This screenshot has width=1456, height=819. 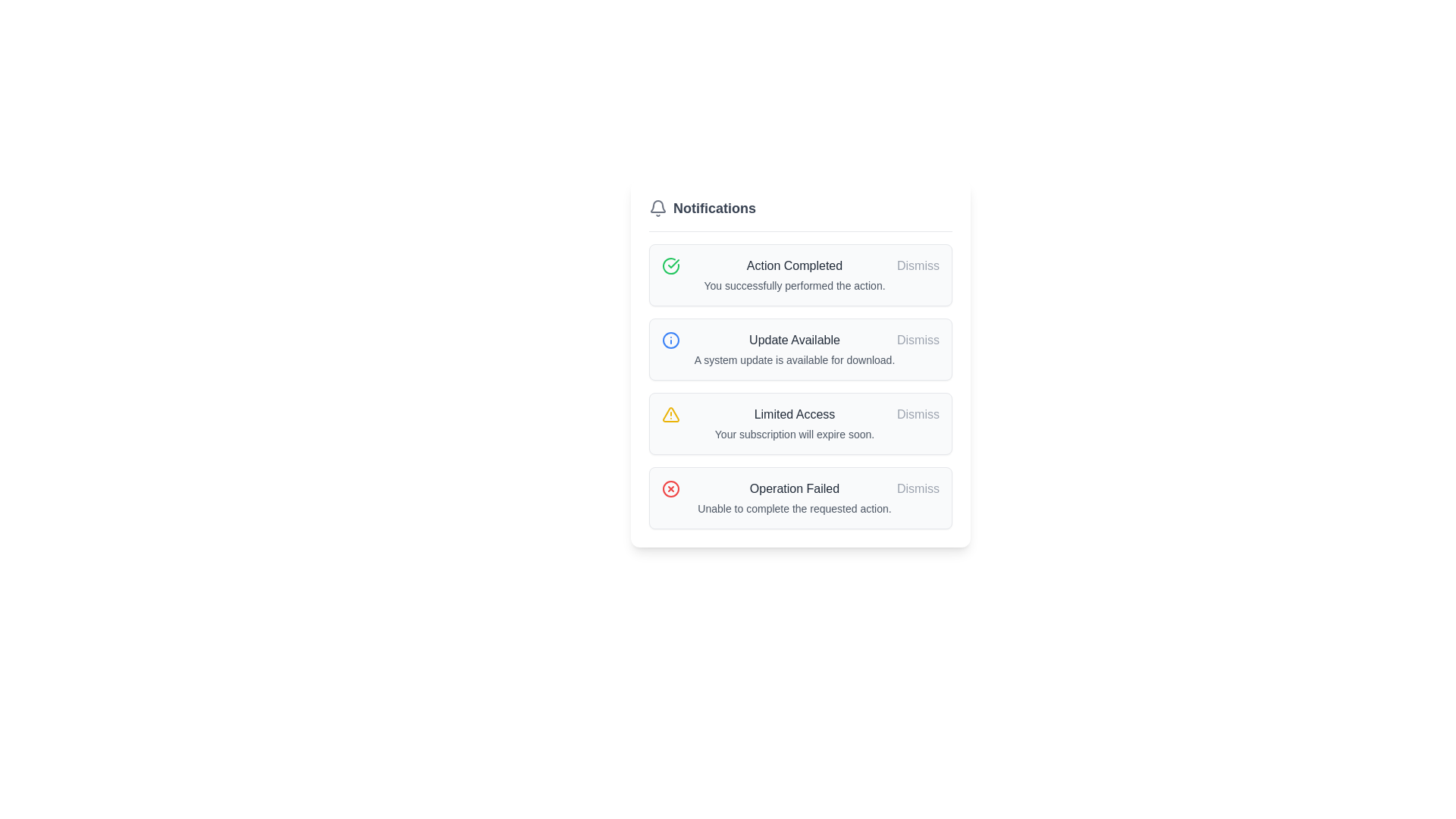 What do you see at coordinates (670, 265) in the screenshot?
I see `the status-indicating function of the green checkmark icon located within the 'Action Completed' notification card, which signifies task completion` at bounding box center [670, 265].